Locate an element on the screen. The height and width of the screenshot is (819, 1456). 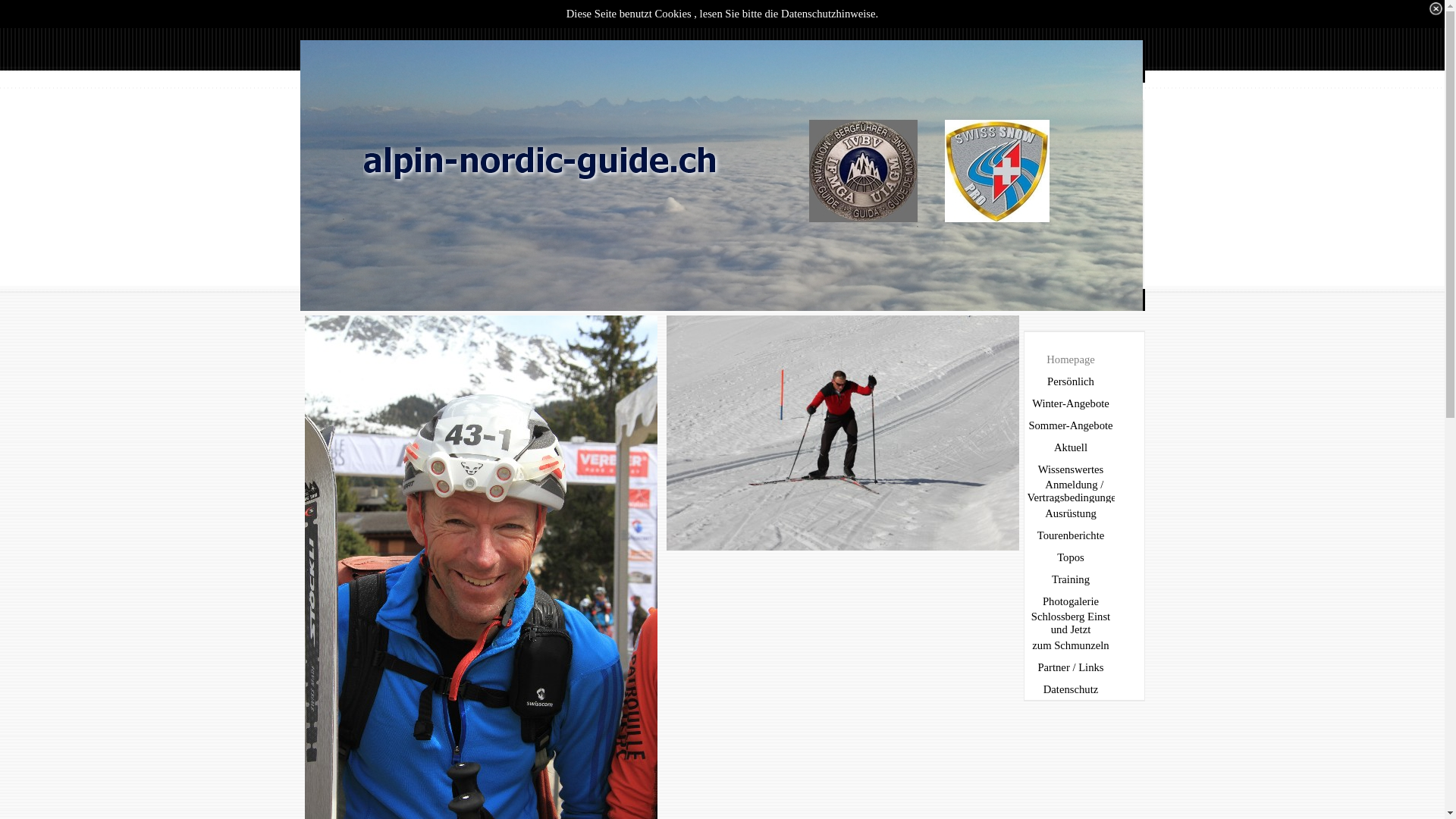
'Photogalerie' is located at coordinates (1072, 601).